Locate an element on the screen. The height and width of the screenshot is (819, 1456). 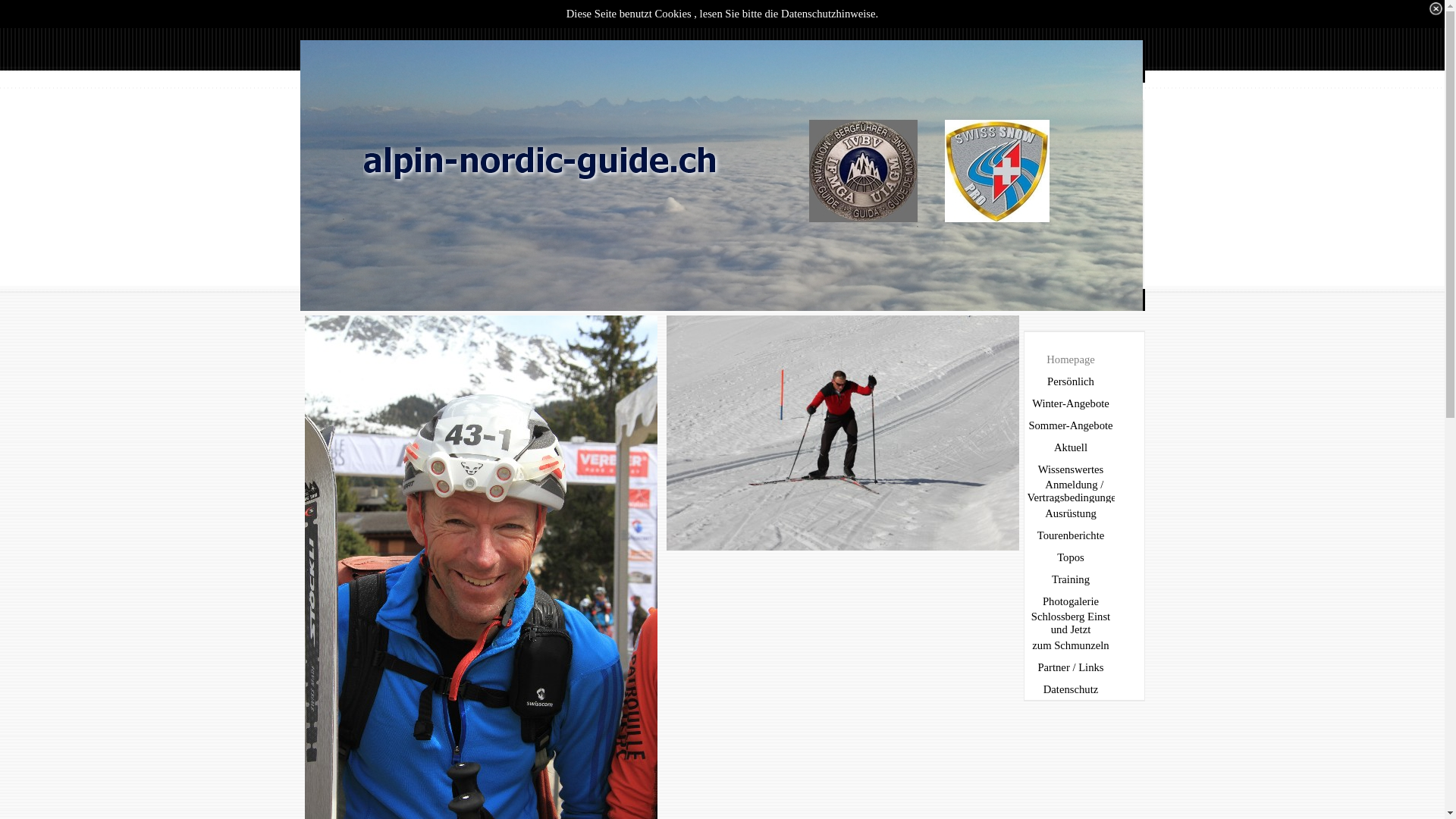
'Photogalerie' is located at coordinates (1072, 601).